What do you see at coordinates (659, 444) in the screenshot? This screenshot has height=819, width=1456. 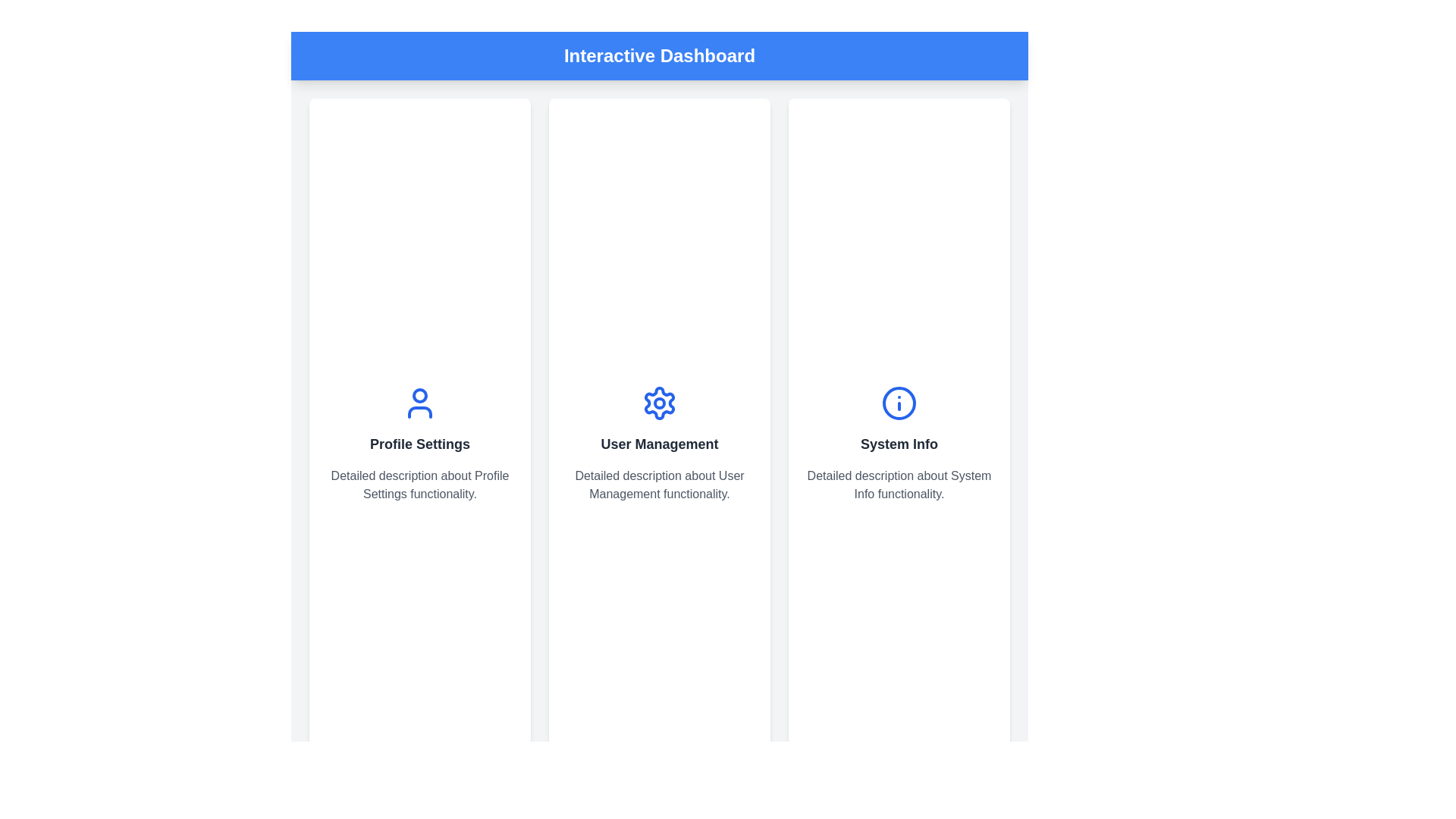 I see `text label displaying 'User Management', which is bold and centrally located above the descriptive paragraph and below a gear-shaped icon` at bounding box center [659, 444].